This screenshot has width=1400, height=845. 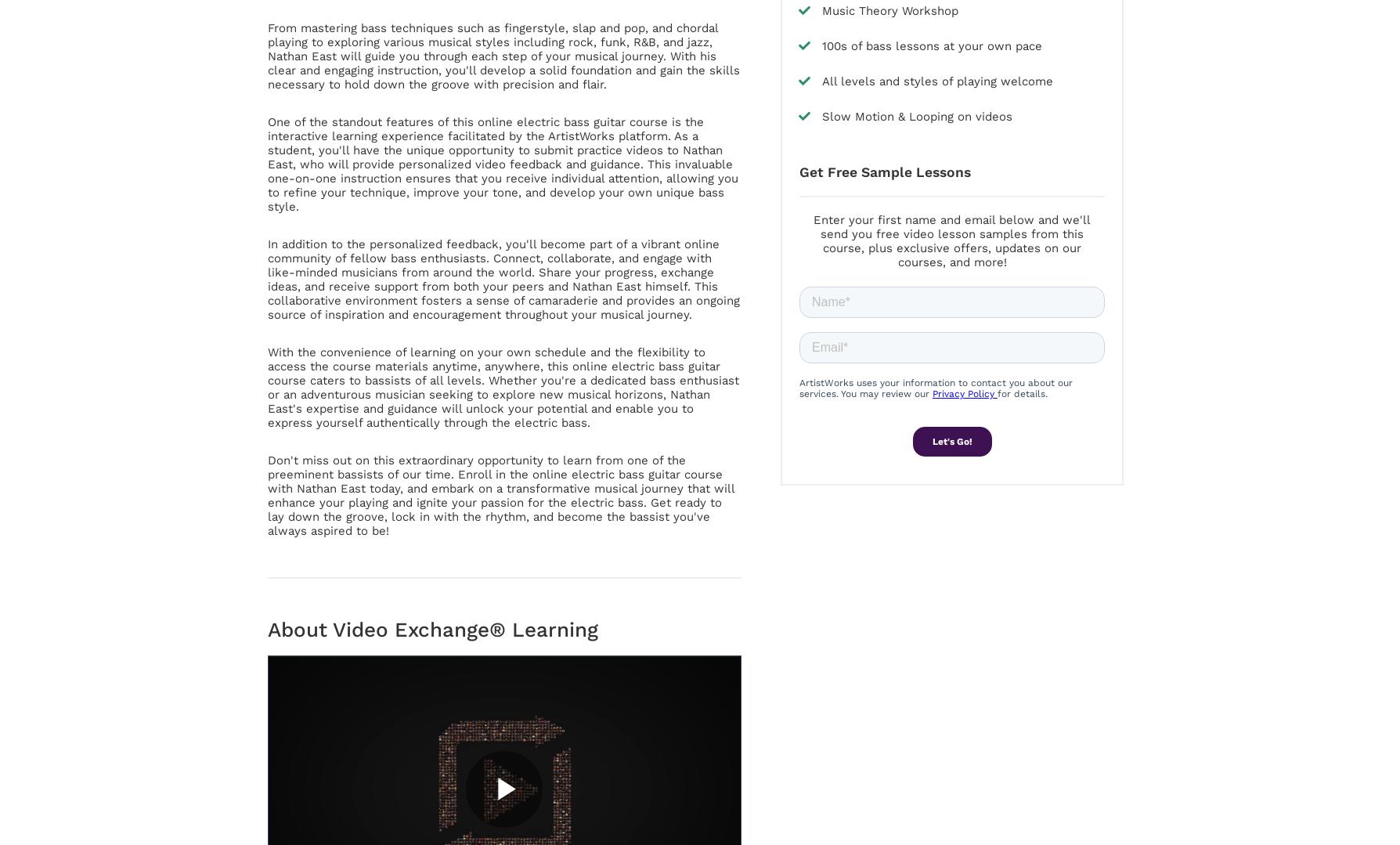 I want to click on 'Music Theory Workshop', so click(x=888, y=11).